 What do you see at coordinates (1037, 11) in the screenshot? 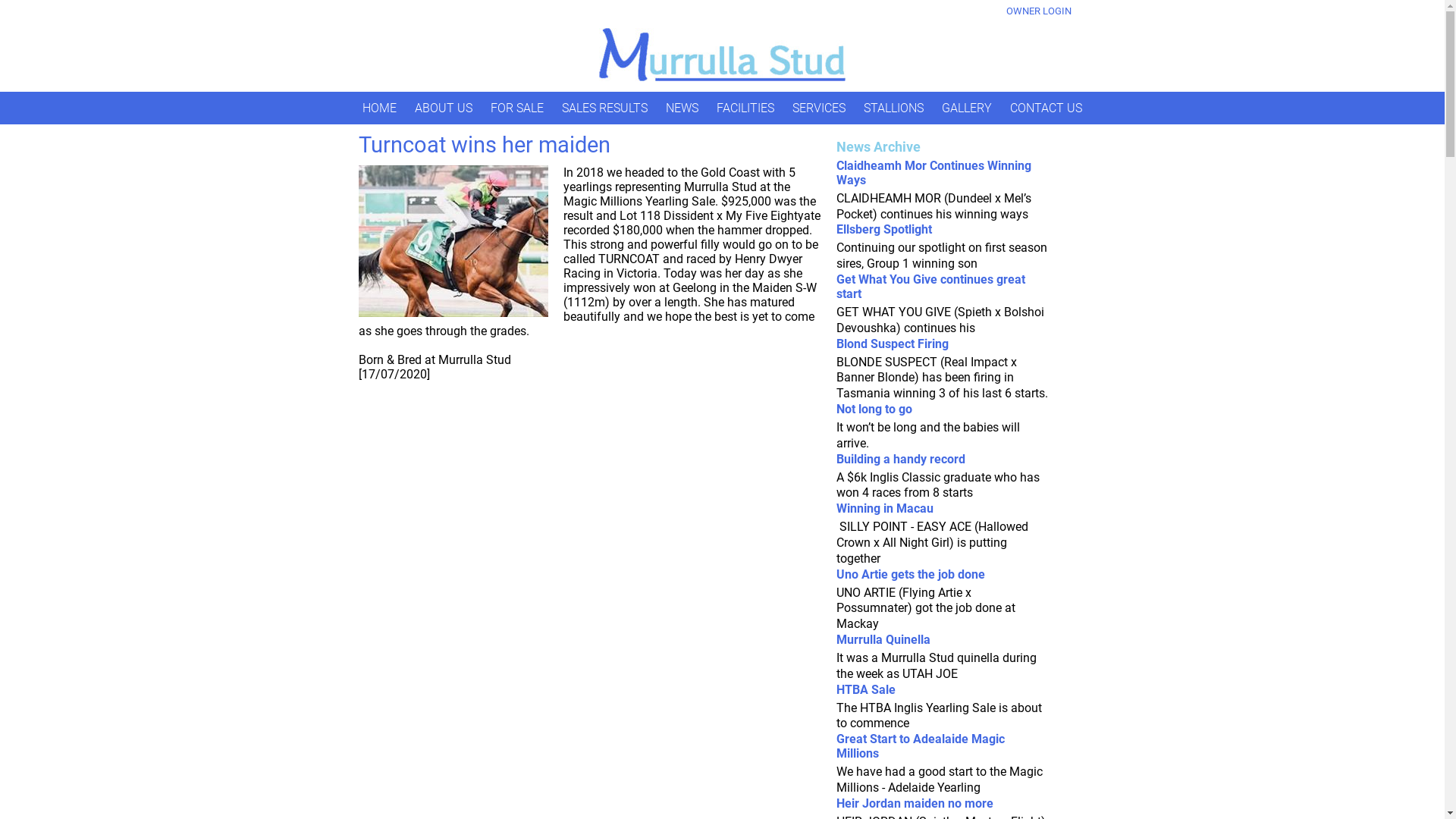
I see `'OWNER LOGIN'` at bounding box center [1037, 11].